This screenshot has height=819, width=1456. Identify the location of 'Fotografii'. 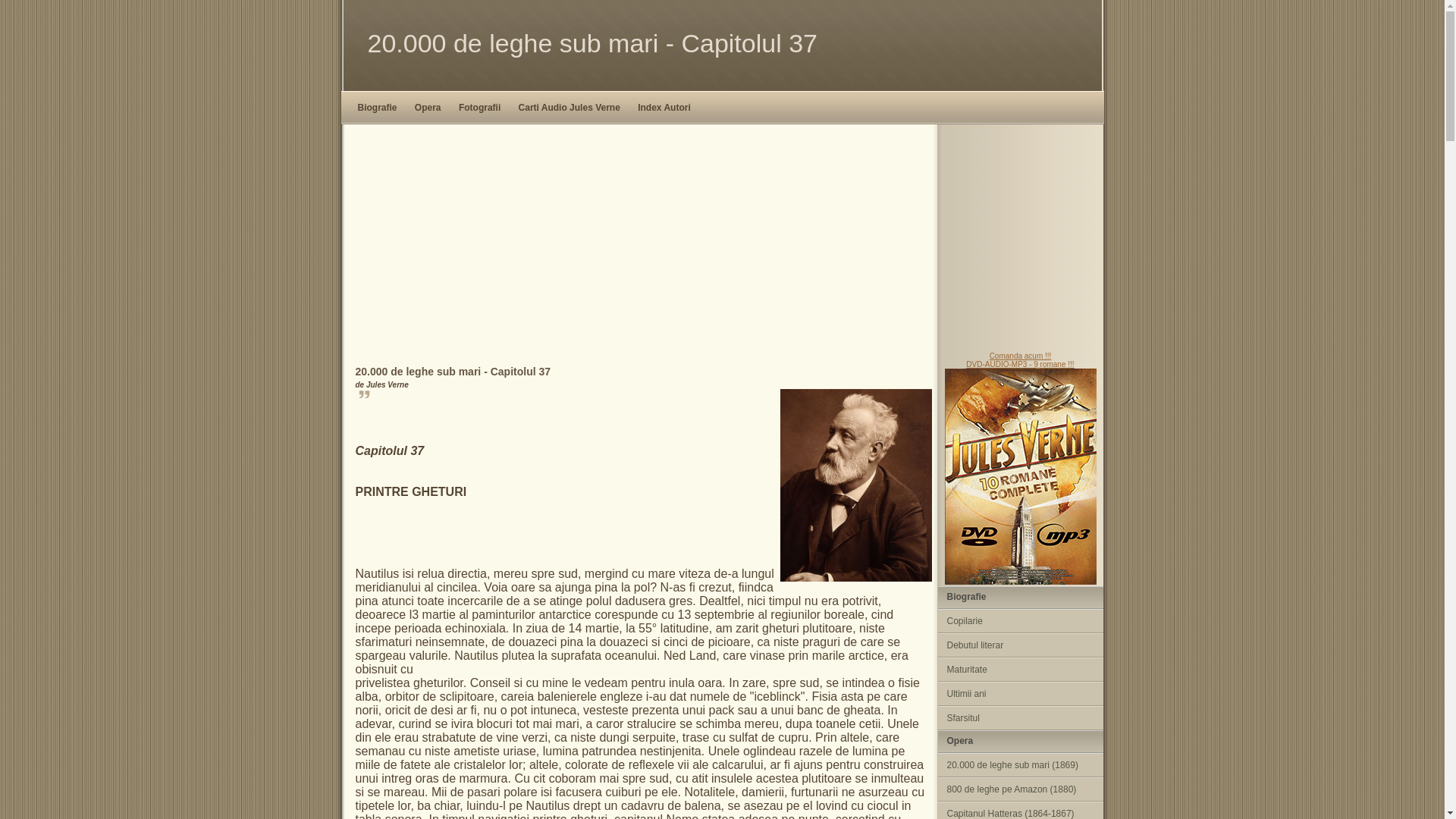
(479, 107).